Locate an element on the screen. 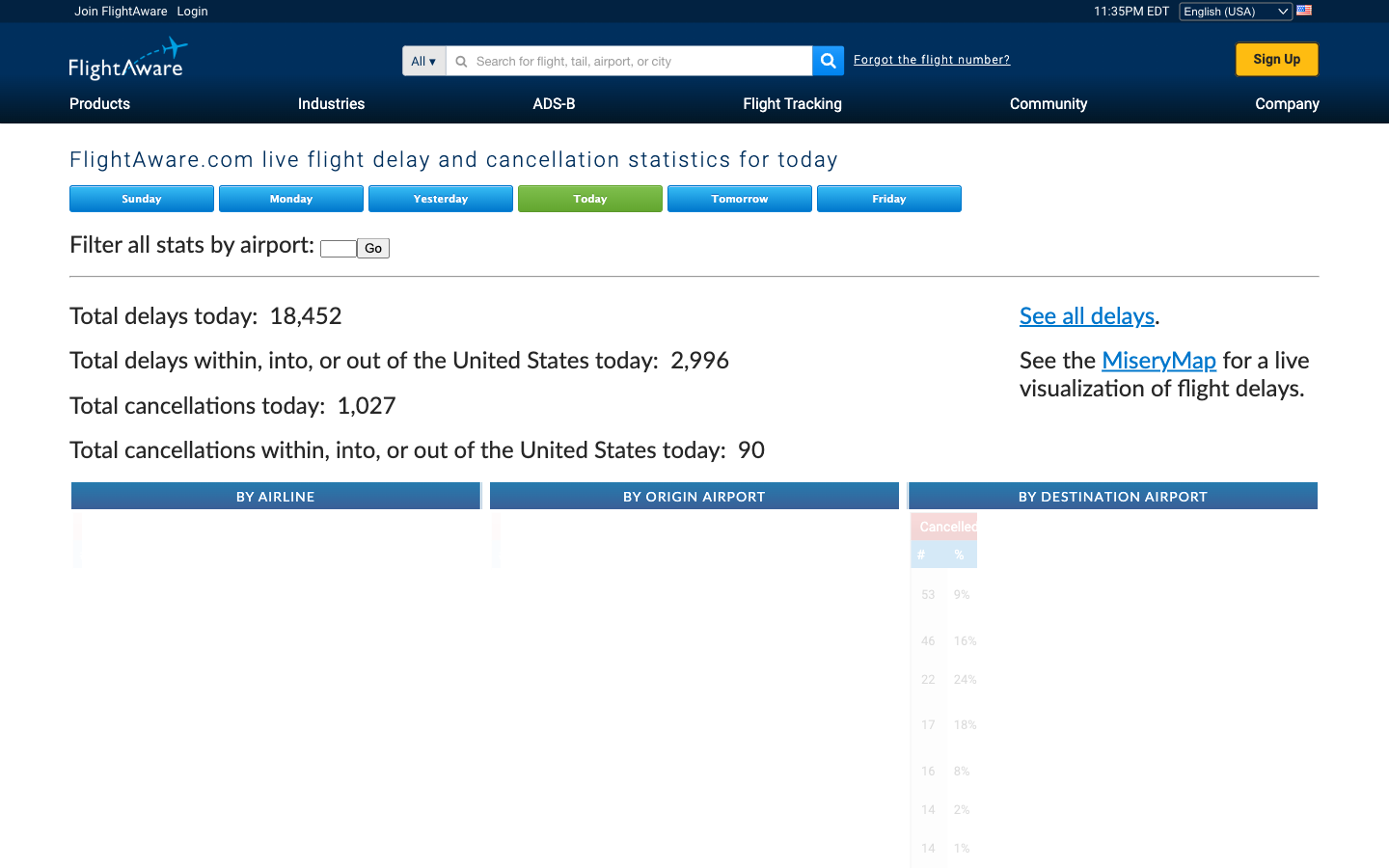  "forgot flight number" option is located at coordinates (931, 59).